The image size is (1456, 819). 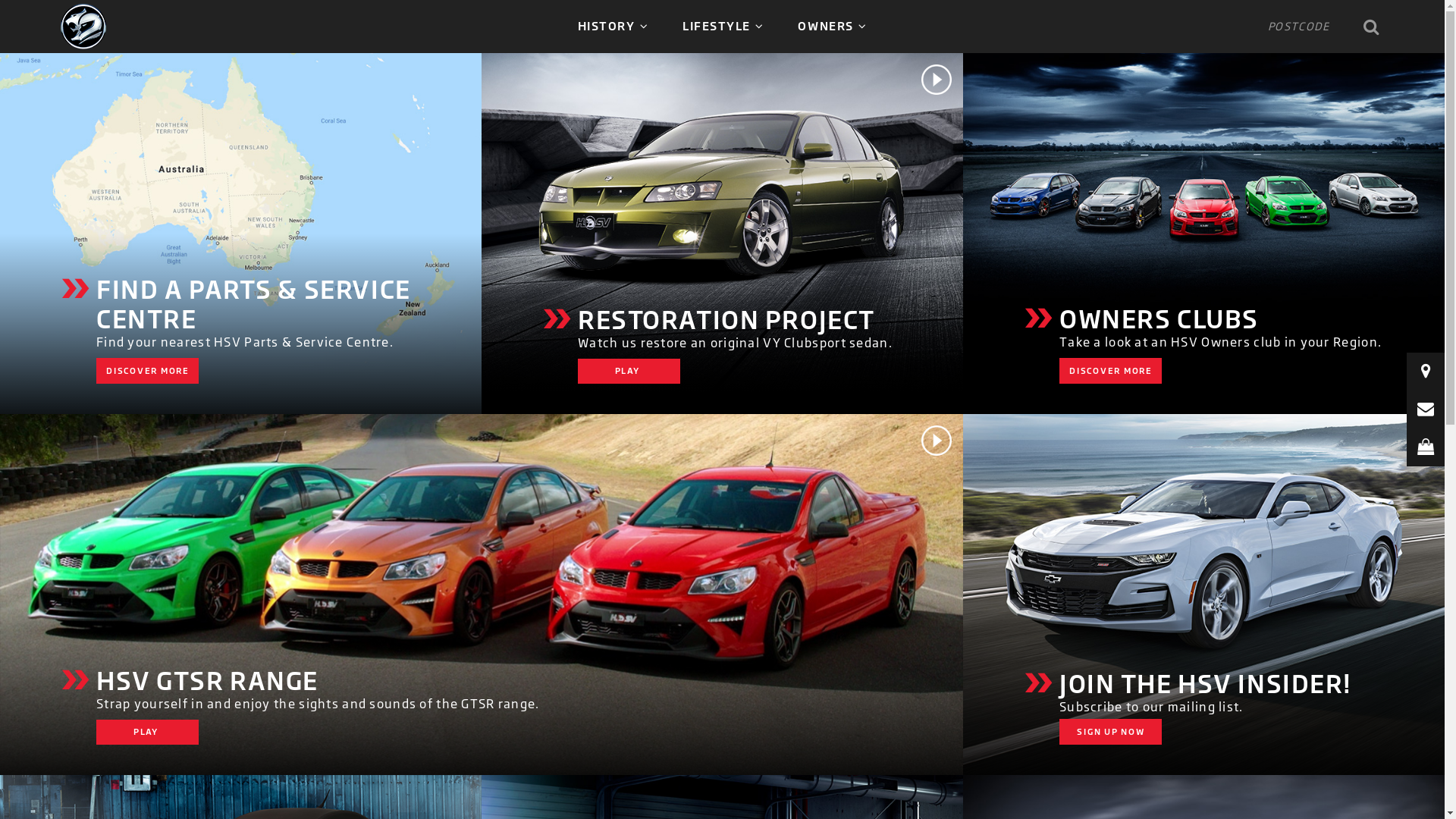 What do you see at coordinates (831, 26) in the screenshot?
I see `'OWNERS'` at bounding box center [831, 26].